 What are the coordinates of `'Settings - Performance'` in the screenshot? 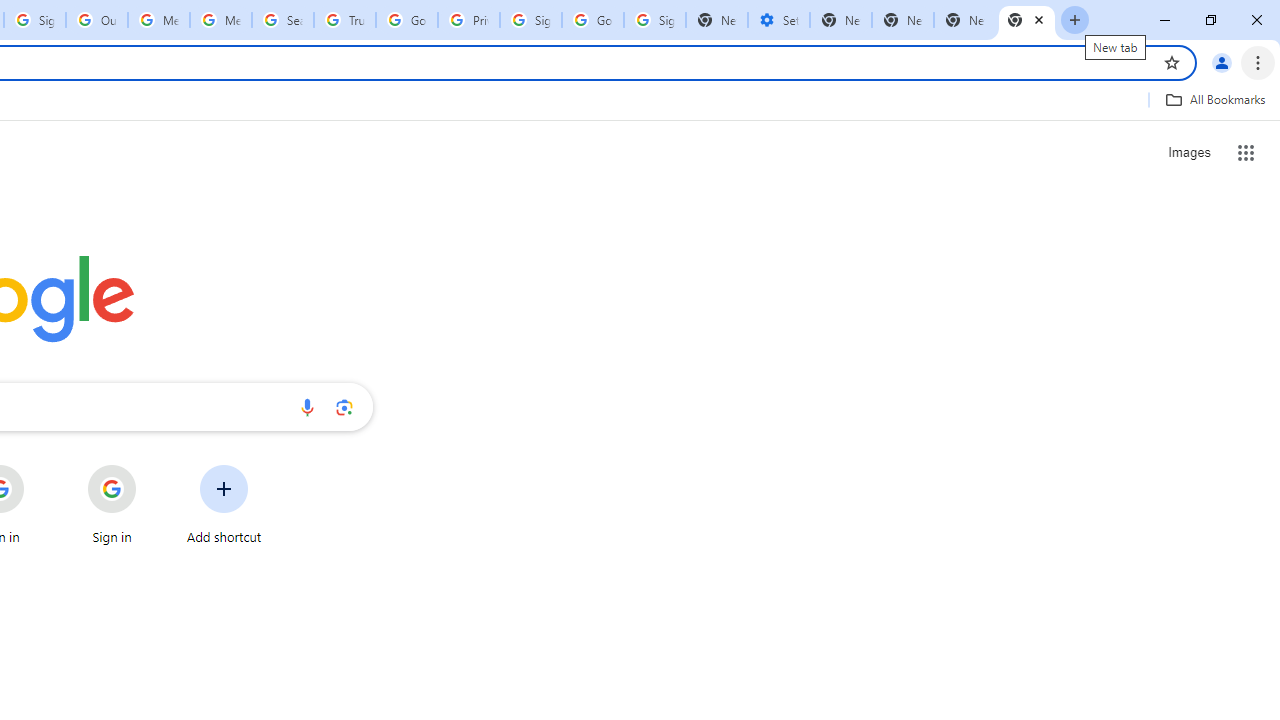 It's located at (777, 20).